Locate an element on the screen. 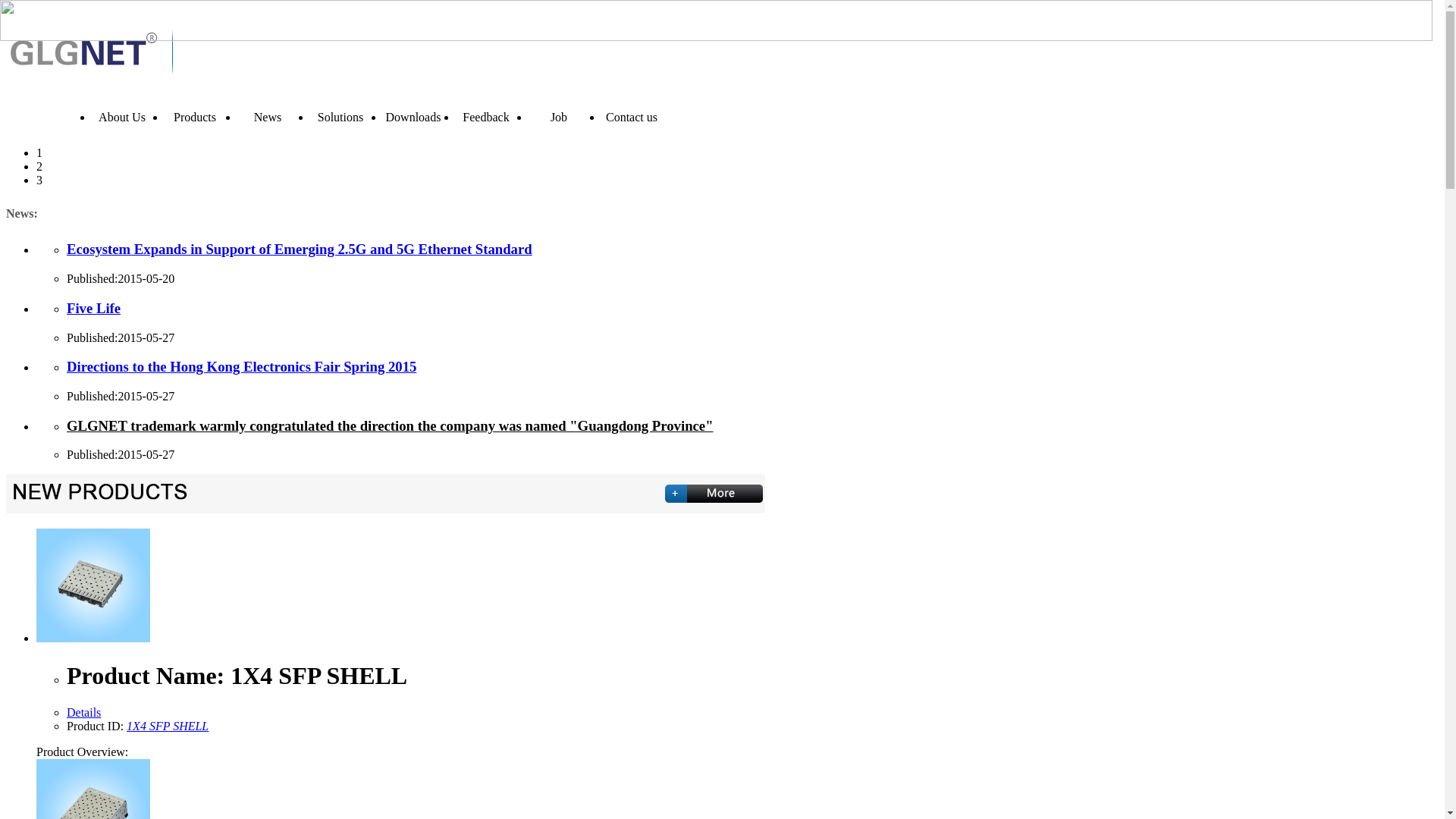 The height and width of the screenshot is (819, 1456). 'Five Life' is located at coordinates (93, 307).